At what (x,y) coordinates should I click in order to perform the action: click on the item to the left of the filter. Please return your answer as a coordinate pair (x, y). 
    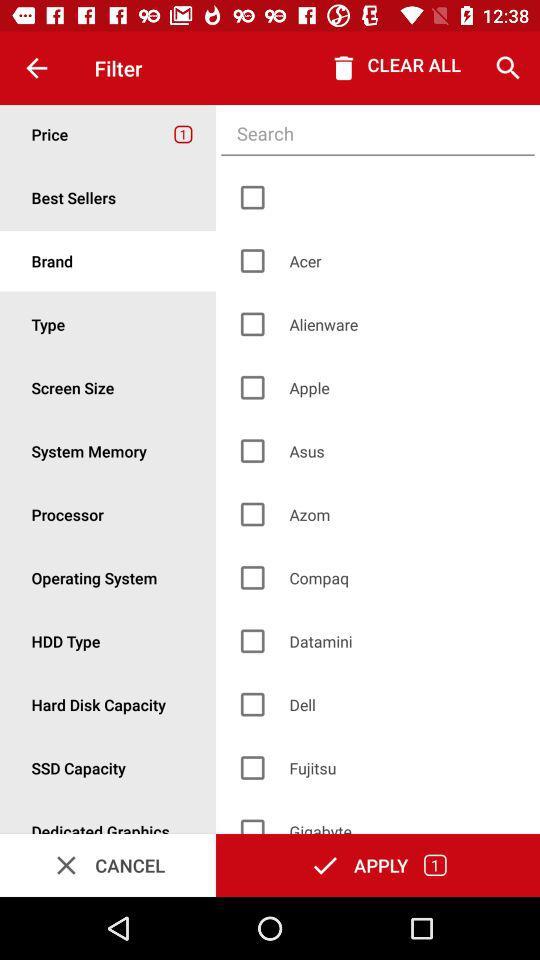
    Looking at the image, I should click on (36, 68).